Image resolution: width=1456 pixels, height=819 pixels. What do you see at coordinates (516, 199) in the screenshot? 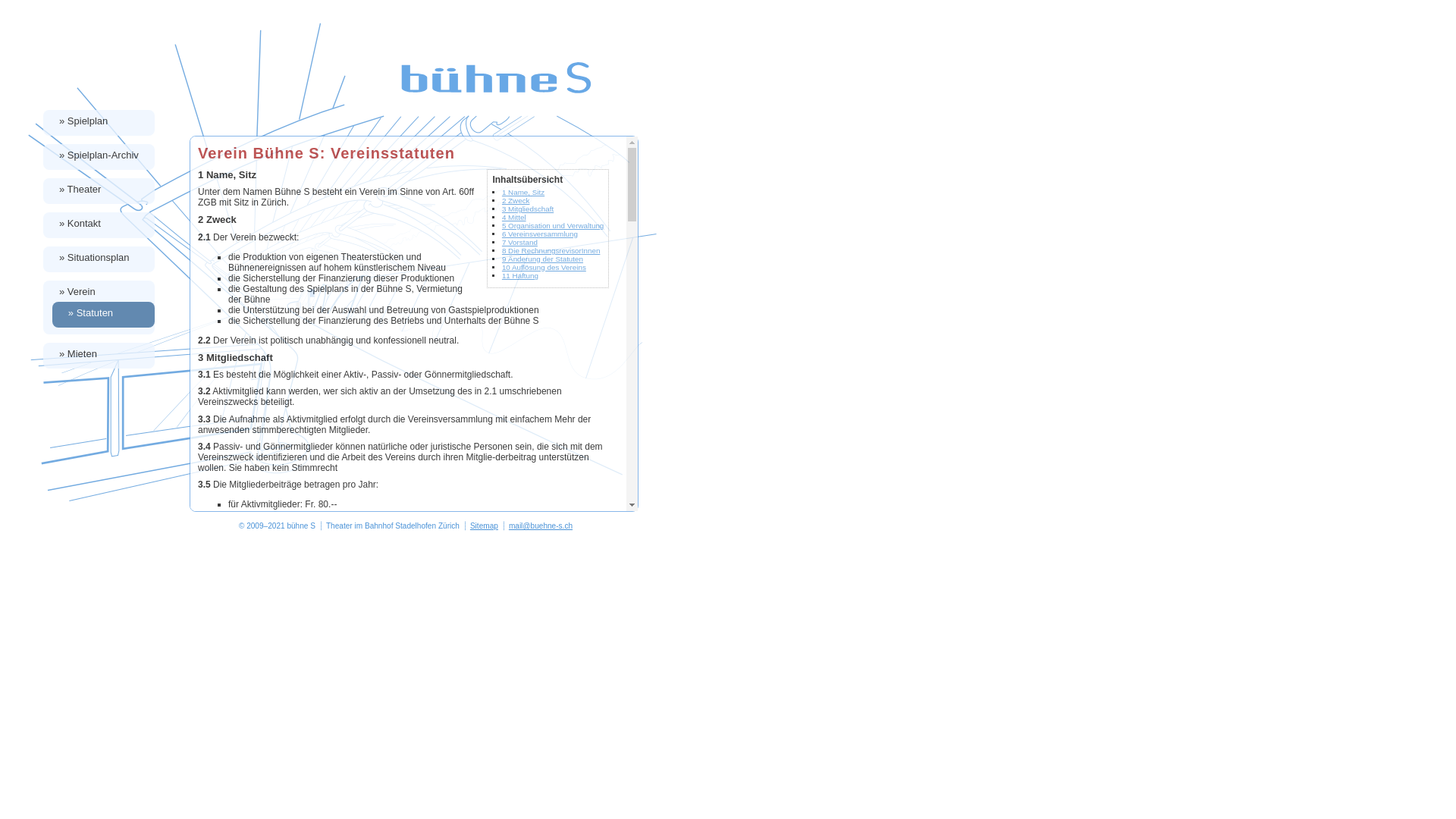
I see `'2 Zweck'` at bounding box center [516, 199].